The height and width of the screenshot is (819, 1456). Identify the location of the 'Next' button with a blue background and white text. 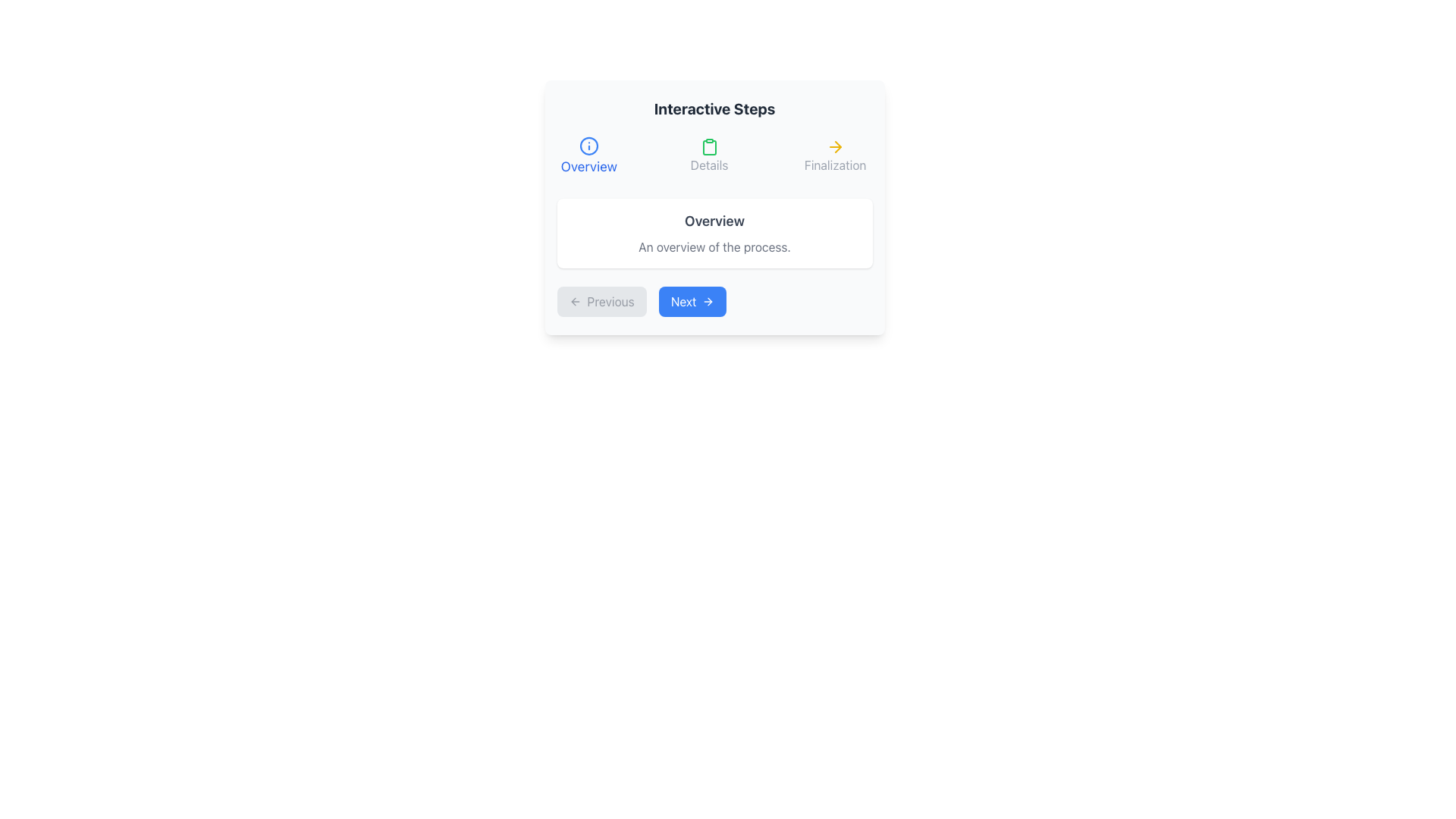
(692, 301).